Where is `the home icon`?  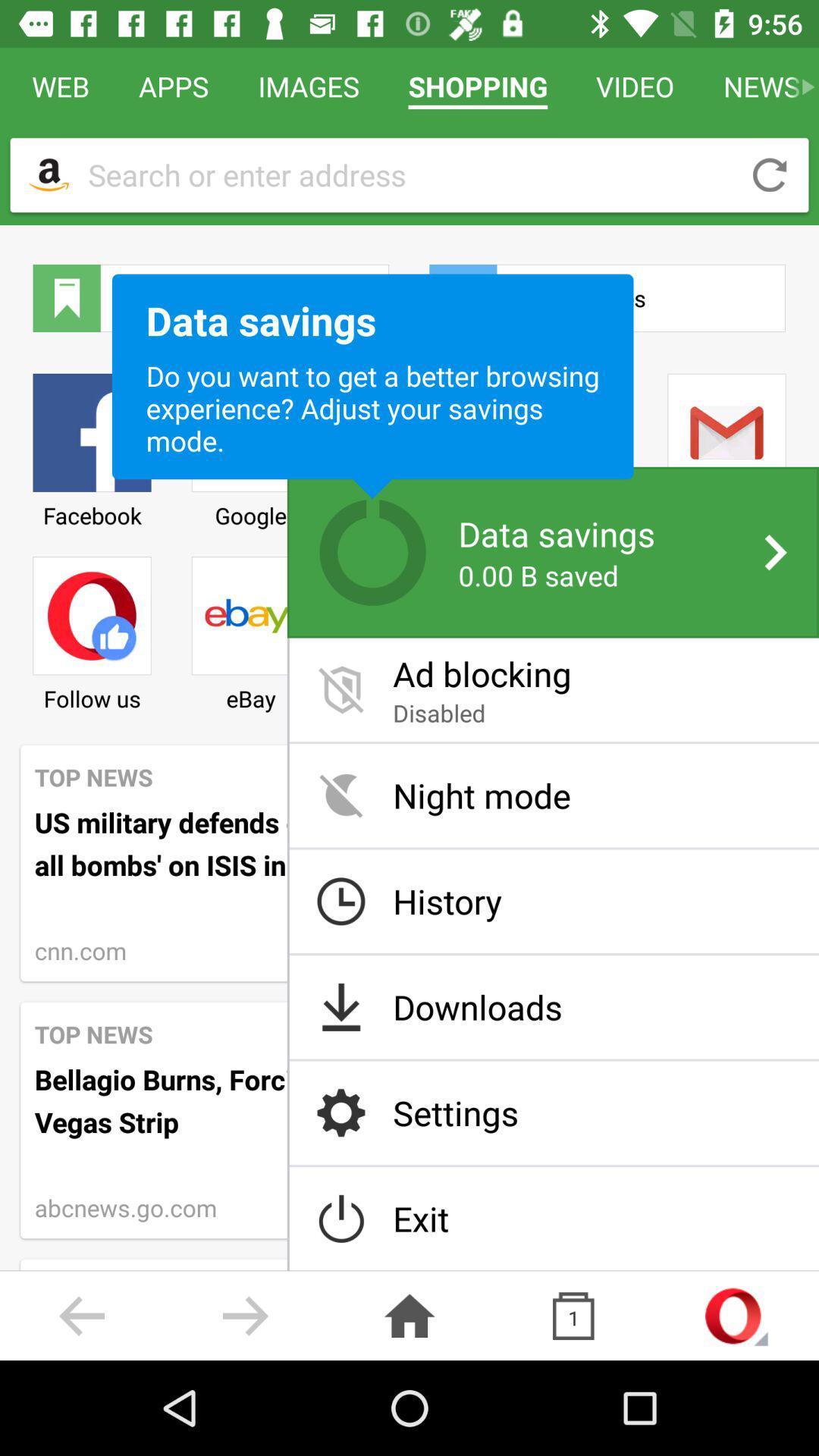
the home icon is located at coordinates (409, 1315).